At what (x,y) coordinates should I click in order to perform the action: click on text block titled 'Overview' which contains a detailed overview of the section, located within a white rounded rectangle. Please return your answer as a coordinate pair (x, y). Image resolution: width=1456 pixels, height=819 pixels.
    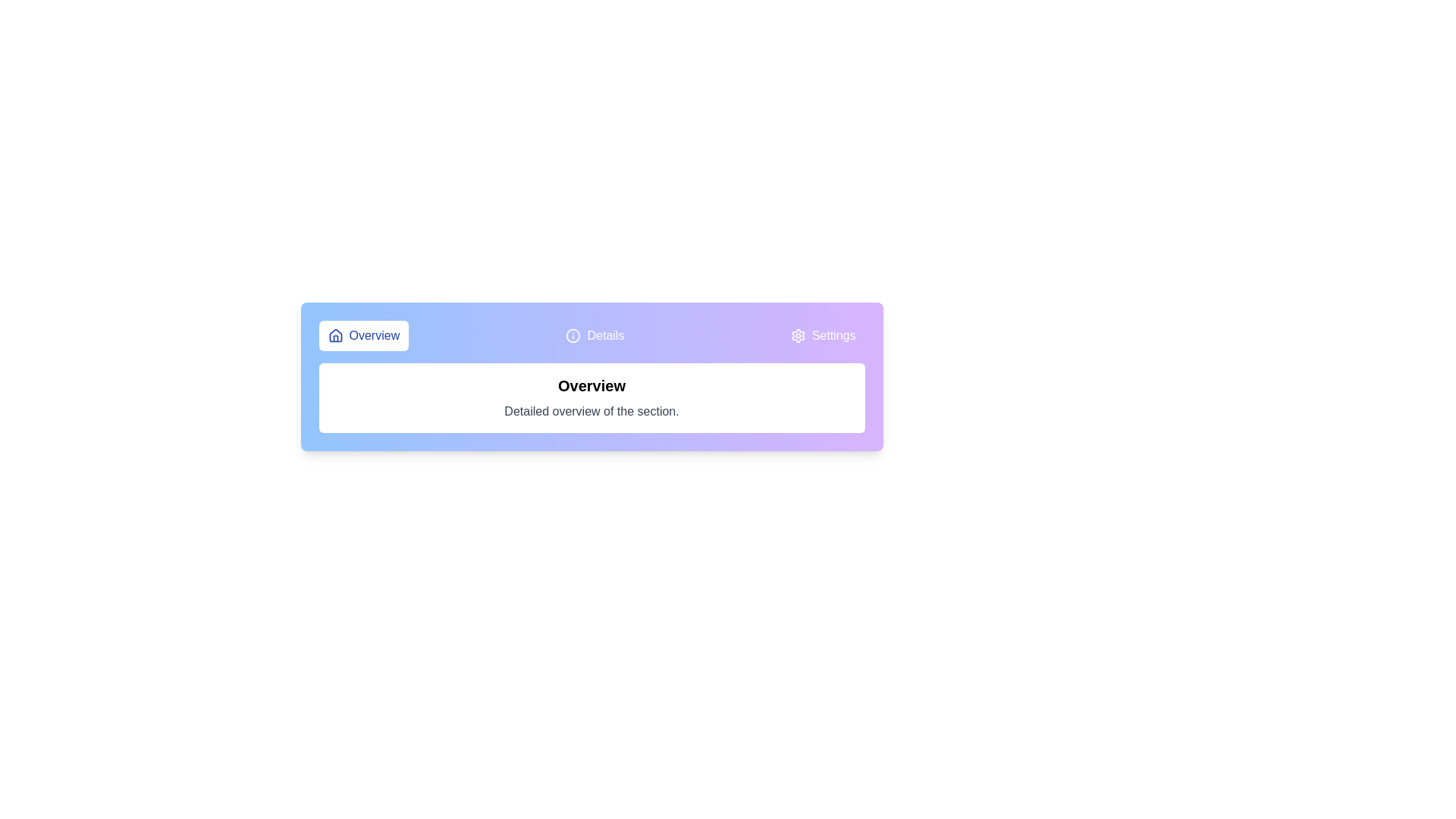
    Looking at the image, I should click on (591, 397).